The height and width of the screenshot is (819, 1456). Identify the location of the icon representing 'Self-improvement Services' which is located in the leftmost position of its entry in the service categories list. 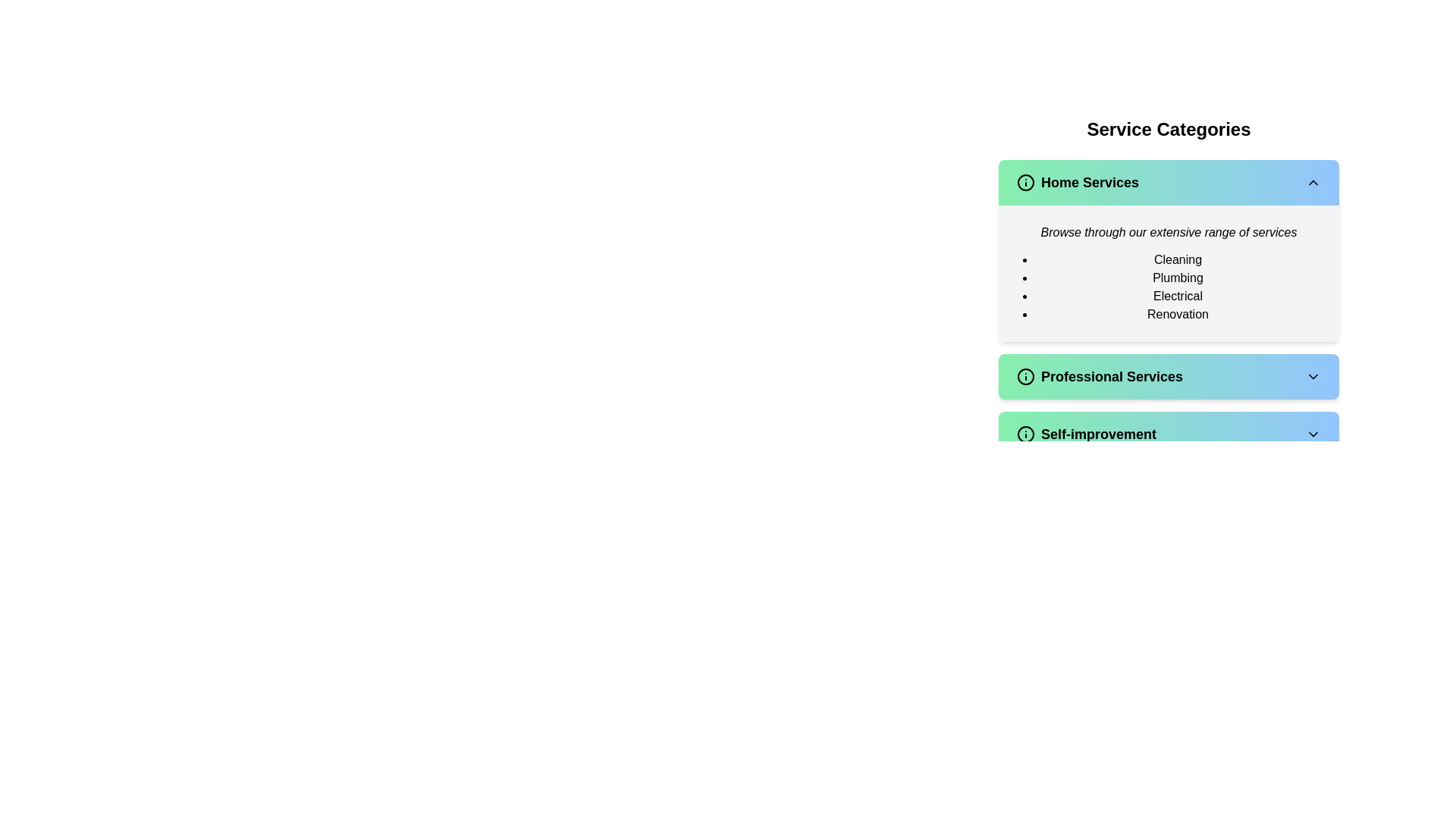
(1026, 435).